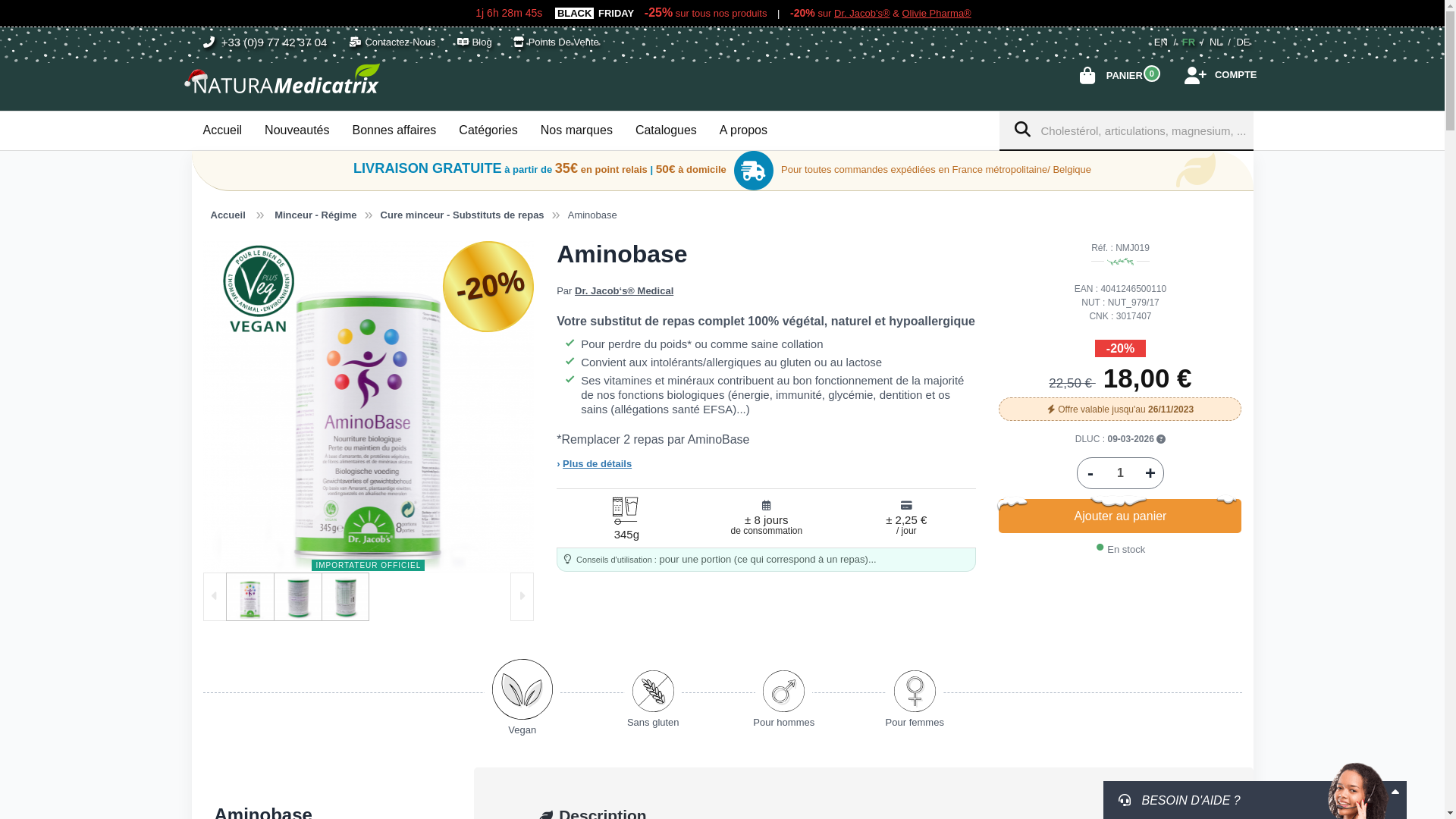  Describe the element at coordinates (461, 215) in the screenshot. I see `'Cure minceur - Substituts de repas'` at that location.